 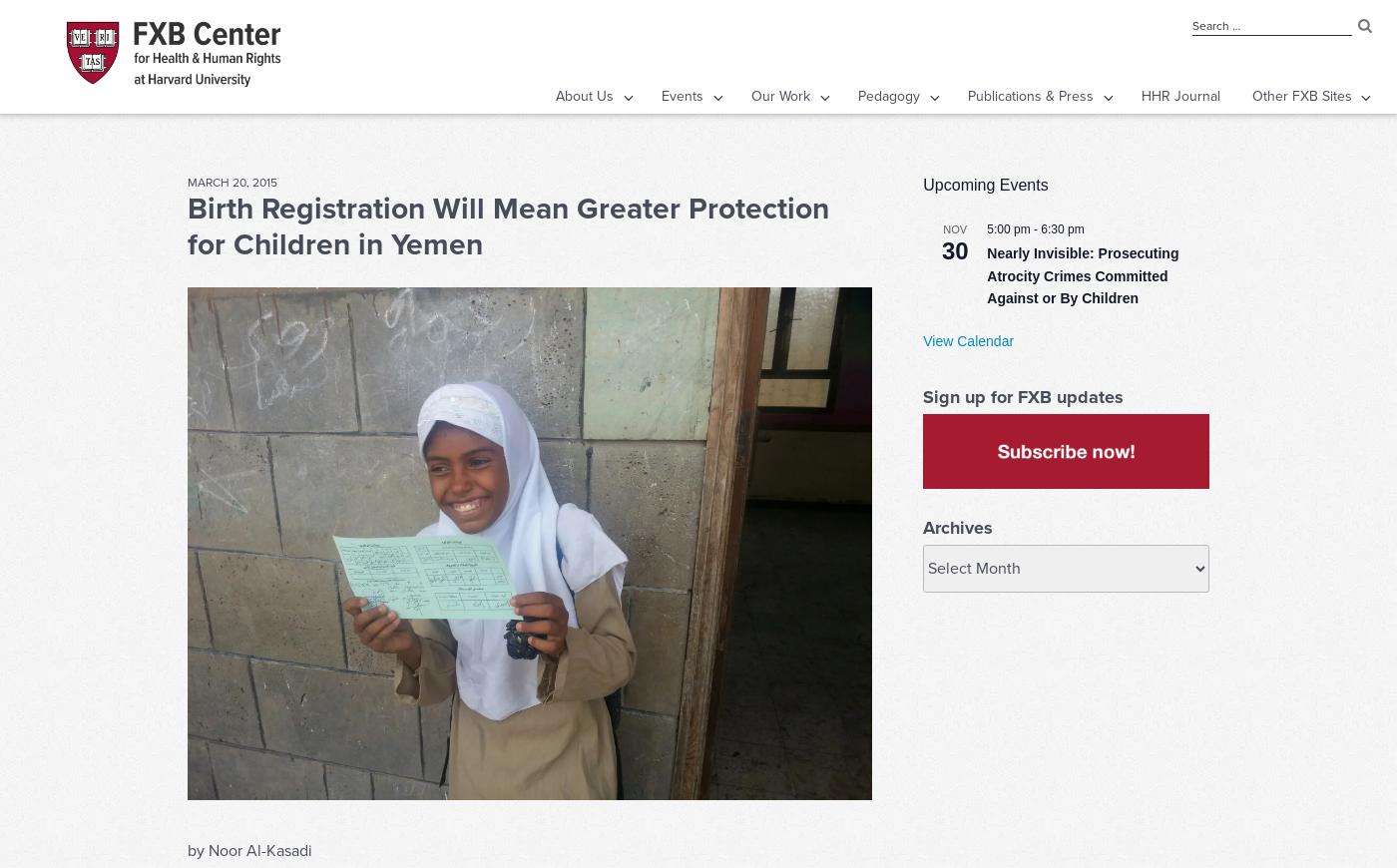 What do you see at coordinates (1008, 266) in the screenshot?
I see `'5:00 pm'` at bounding box center [1008, 266].